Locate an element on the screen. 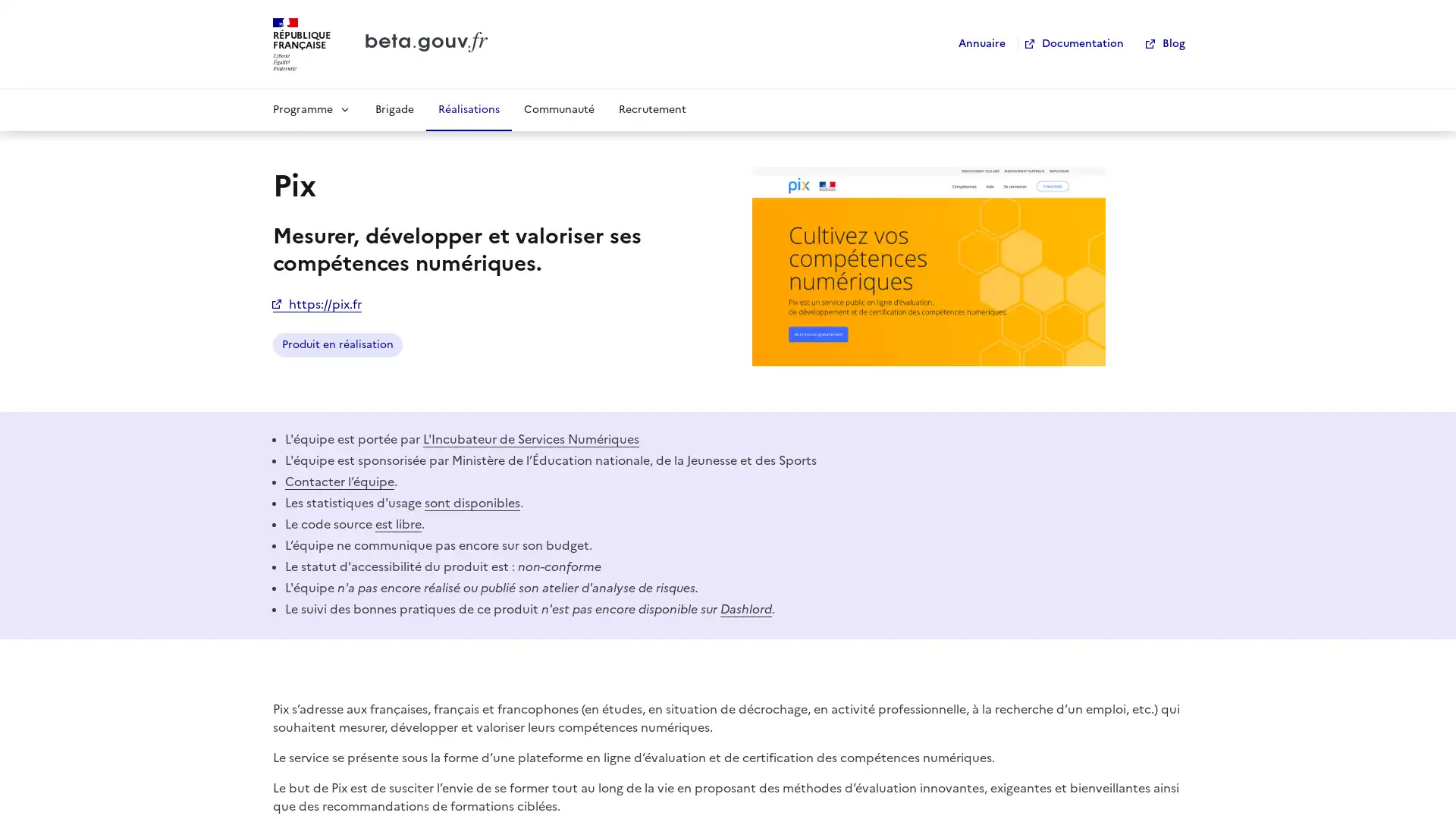 This screenshot has width=1456, height=819. Programme is located at coordinates (311, 108).